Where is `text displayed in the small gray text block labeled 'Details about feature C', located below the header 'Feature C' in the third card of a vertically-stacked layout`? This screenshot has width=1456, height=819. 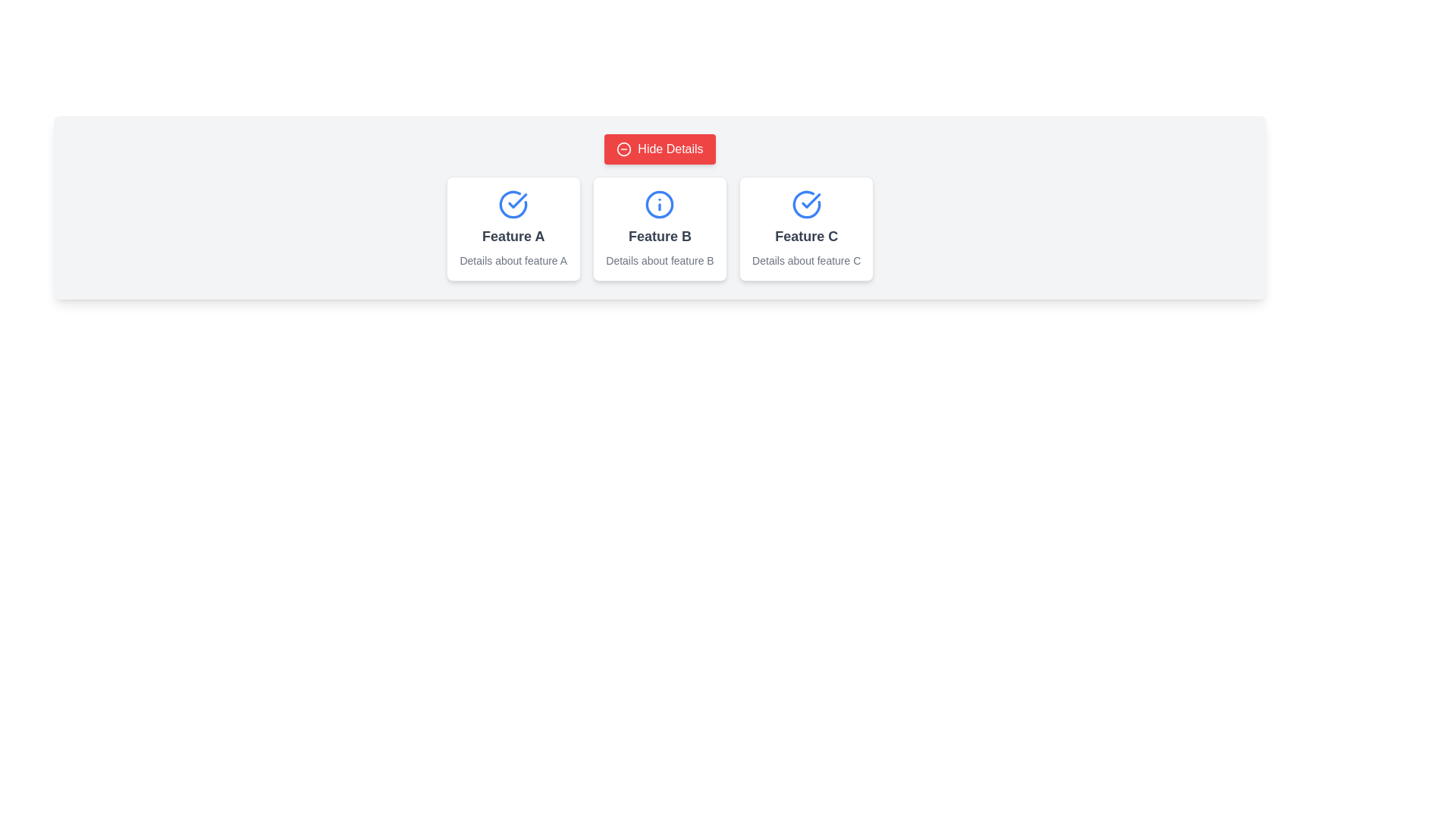
text displayed in the small gray text block labeled 'Details about feature C', located below the header 'Feature C' in the third card of a vertically-stacked layout is located at coordinates (805, 259).